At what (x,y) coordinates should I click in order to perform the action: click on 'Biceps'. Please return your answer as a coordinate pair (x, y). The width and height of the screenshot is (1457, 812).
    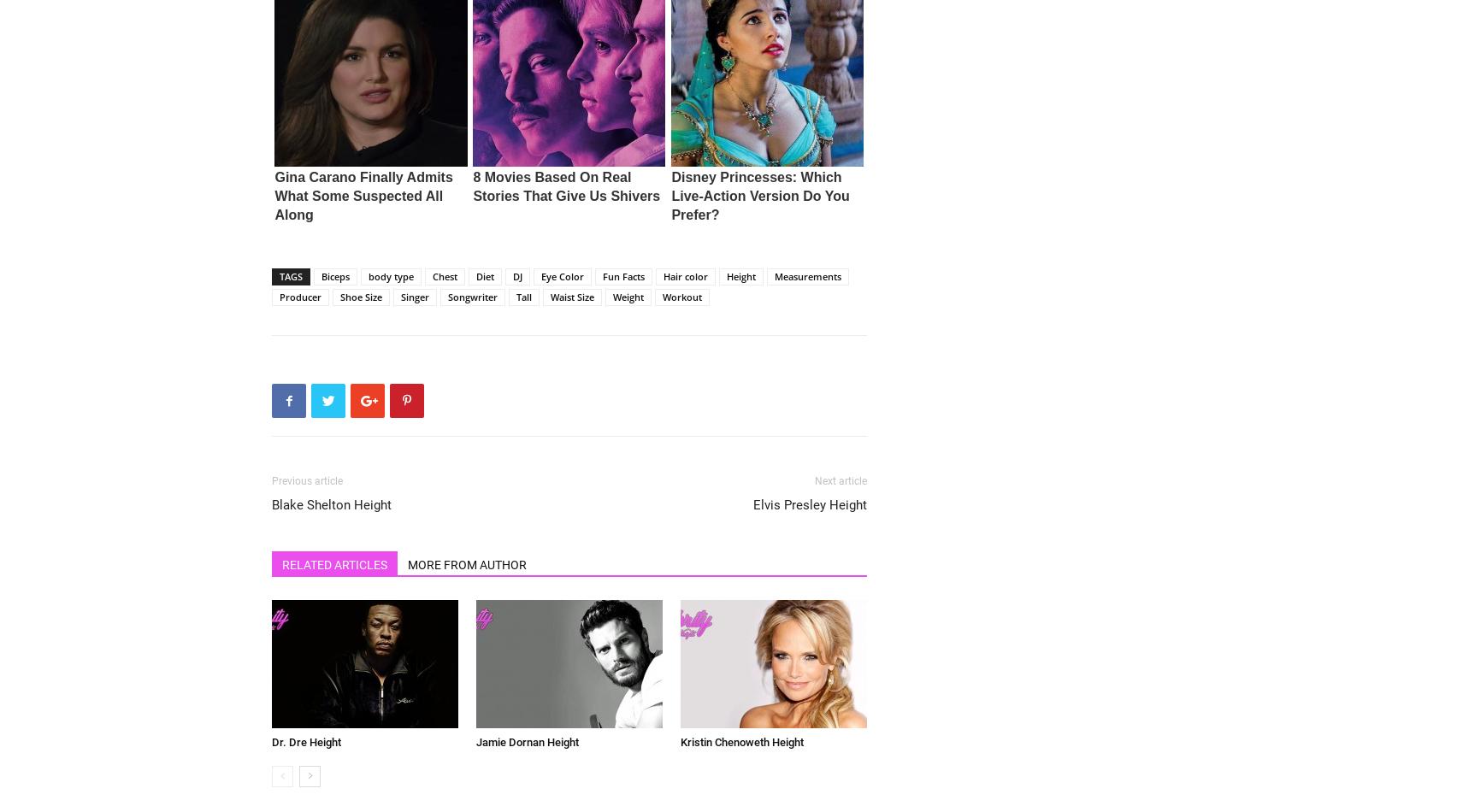
    Looking at the image, I should click on (334, 275).